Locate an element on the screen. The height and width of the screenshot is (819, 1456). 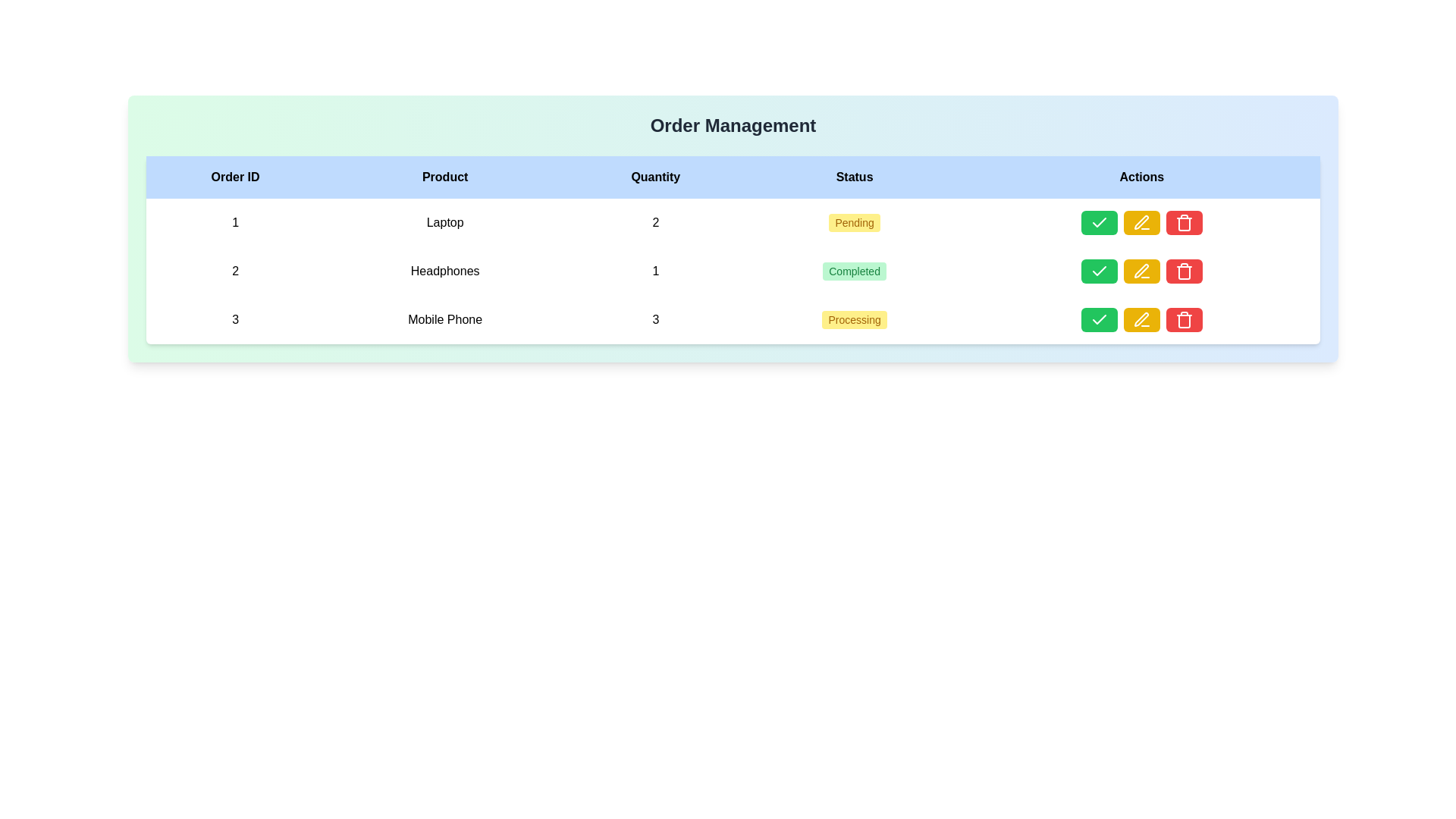
the 'Delete' button with a trash can icon, which is the third button in the row of action buttons for the third row of the table is located at coordinates (1183, 271).